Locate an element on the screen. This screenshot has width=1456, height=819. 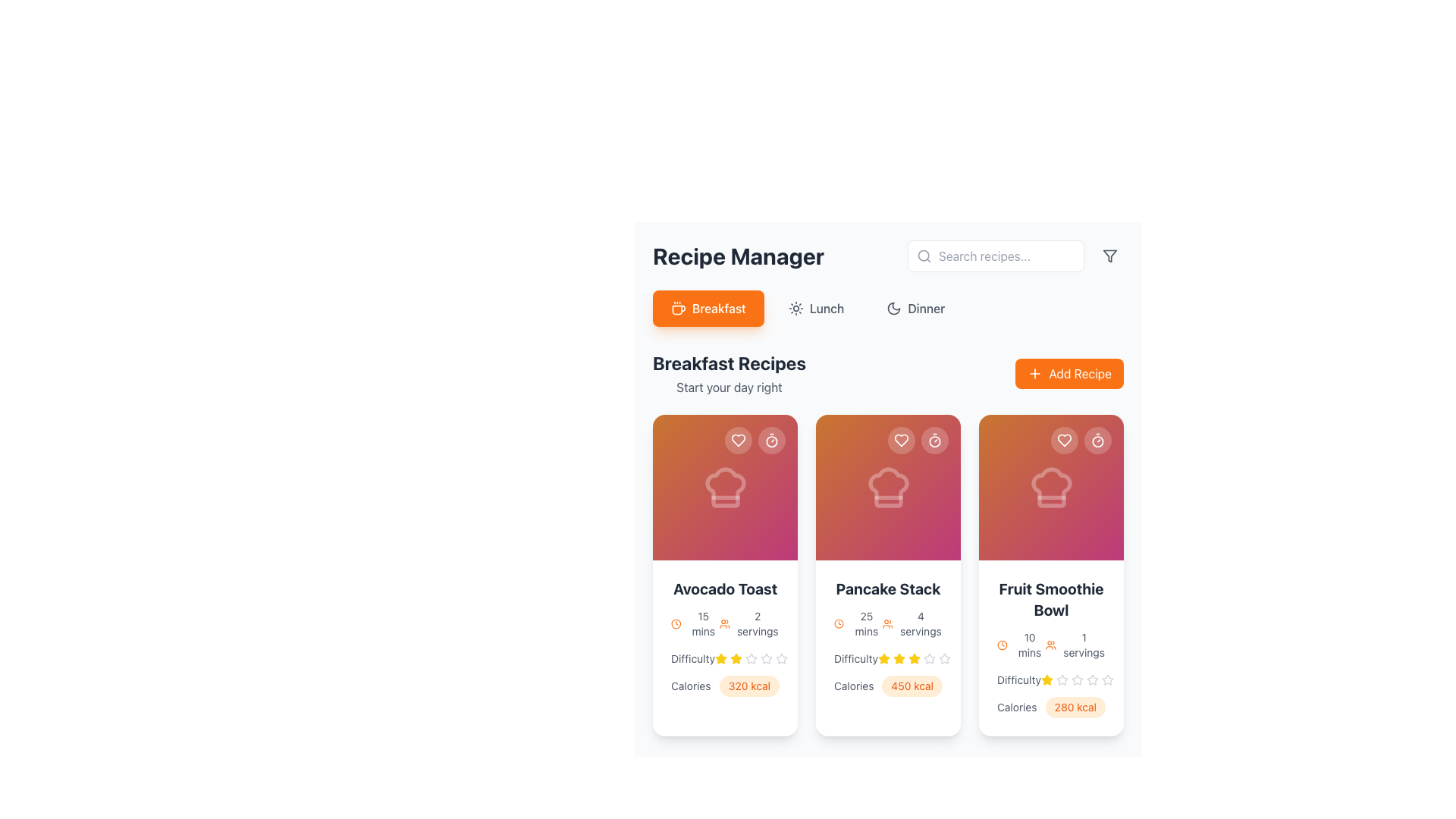
the SVG Circle that is part of the stopwatch icon in the top-right corner of the 'Fruit Smoothie Bowl' recipe card is located at coordinates (1098, 441).